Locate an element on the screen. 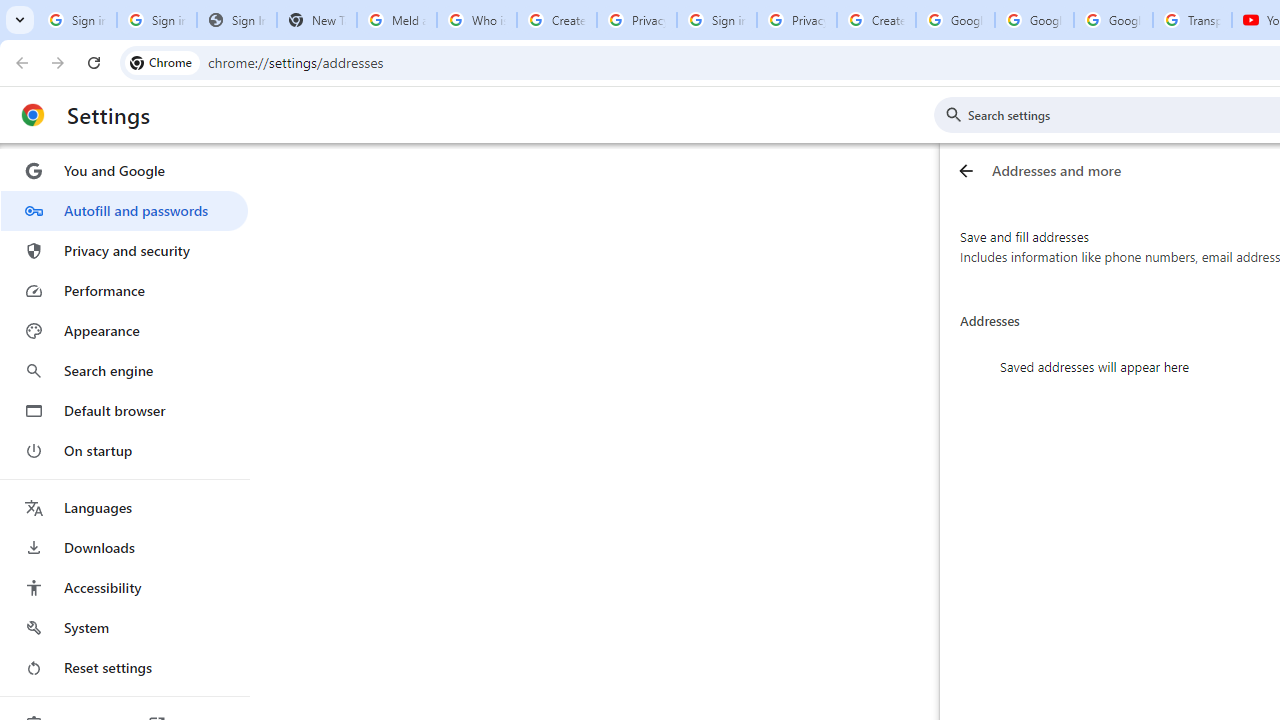  'Accessibility' is located at coordinates (123, 586).